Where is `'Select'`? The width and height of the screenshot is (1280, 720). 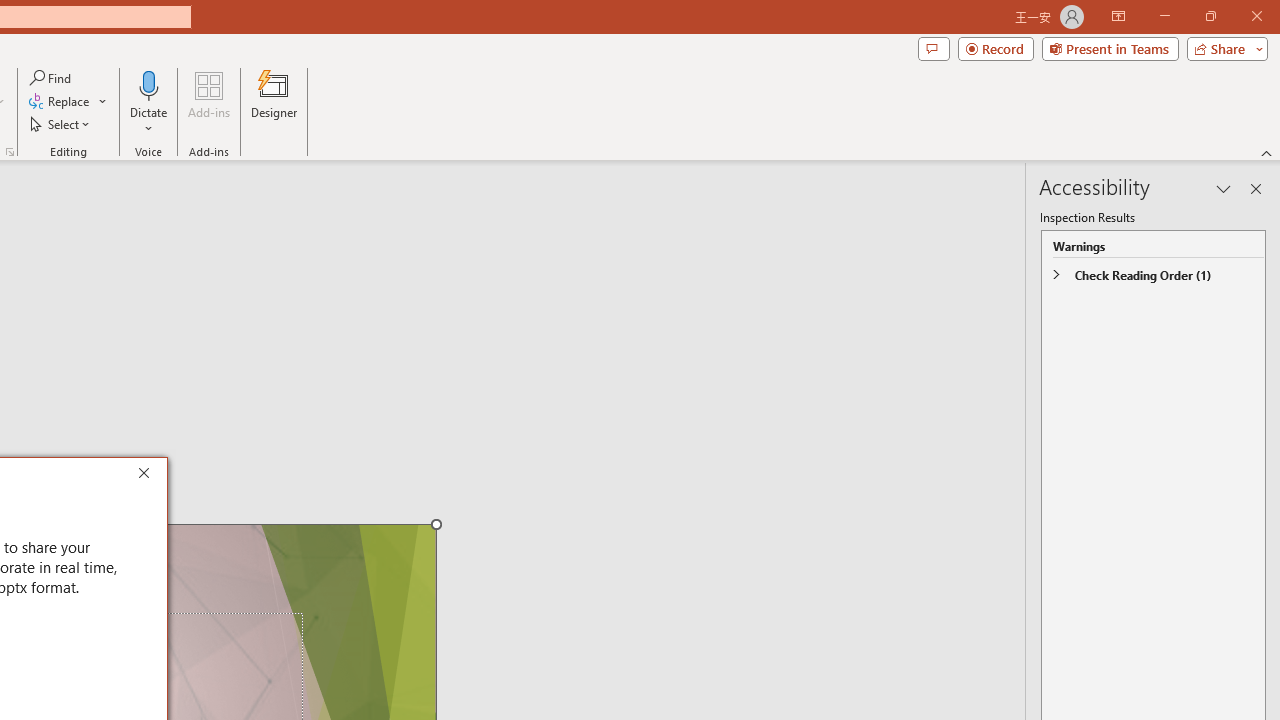
'Select' is located at coordinates (61, 124).